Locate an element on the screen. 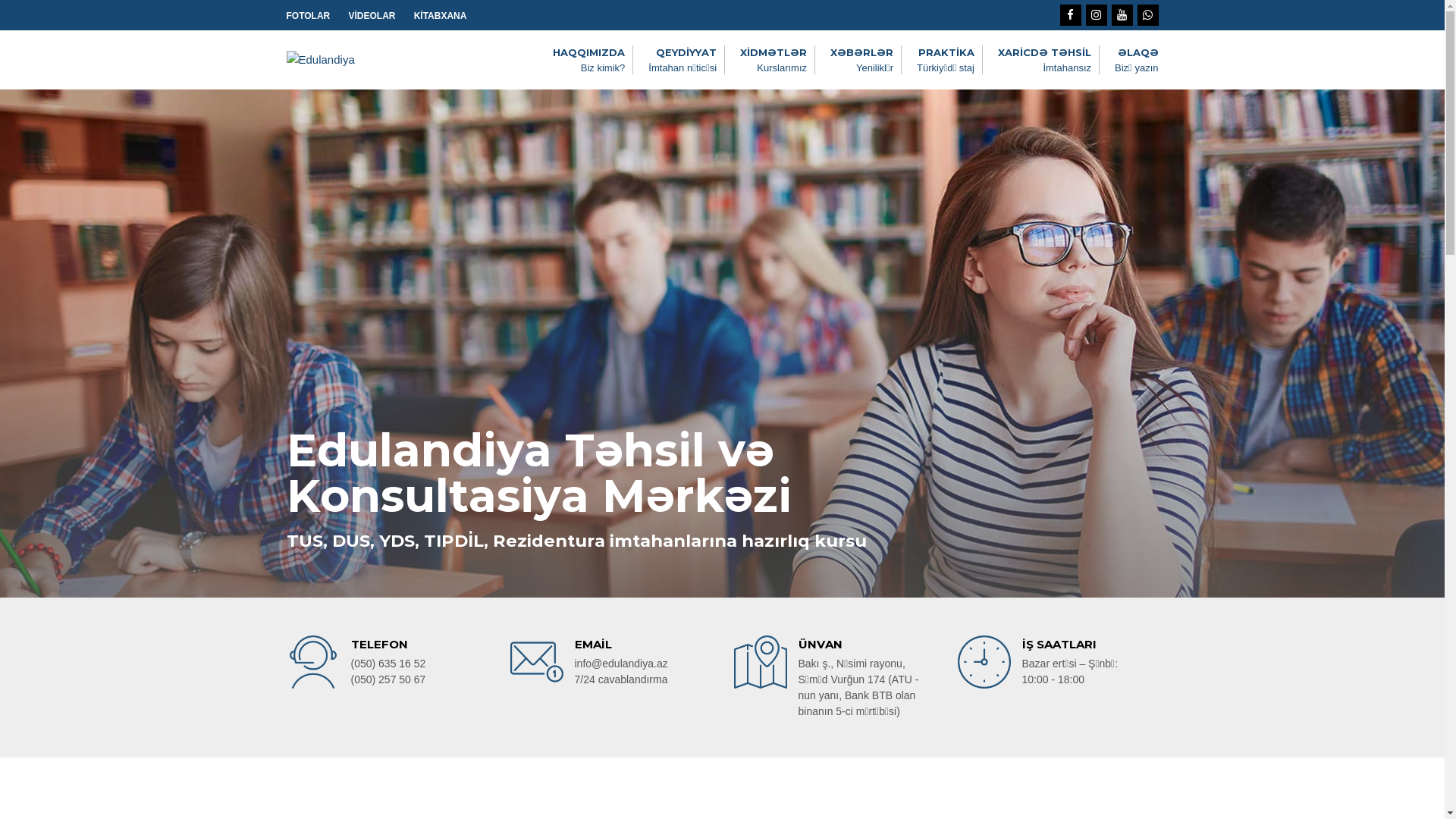  'VIDEOLAR' is located at coordinates (371, 16).